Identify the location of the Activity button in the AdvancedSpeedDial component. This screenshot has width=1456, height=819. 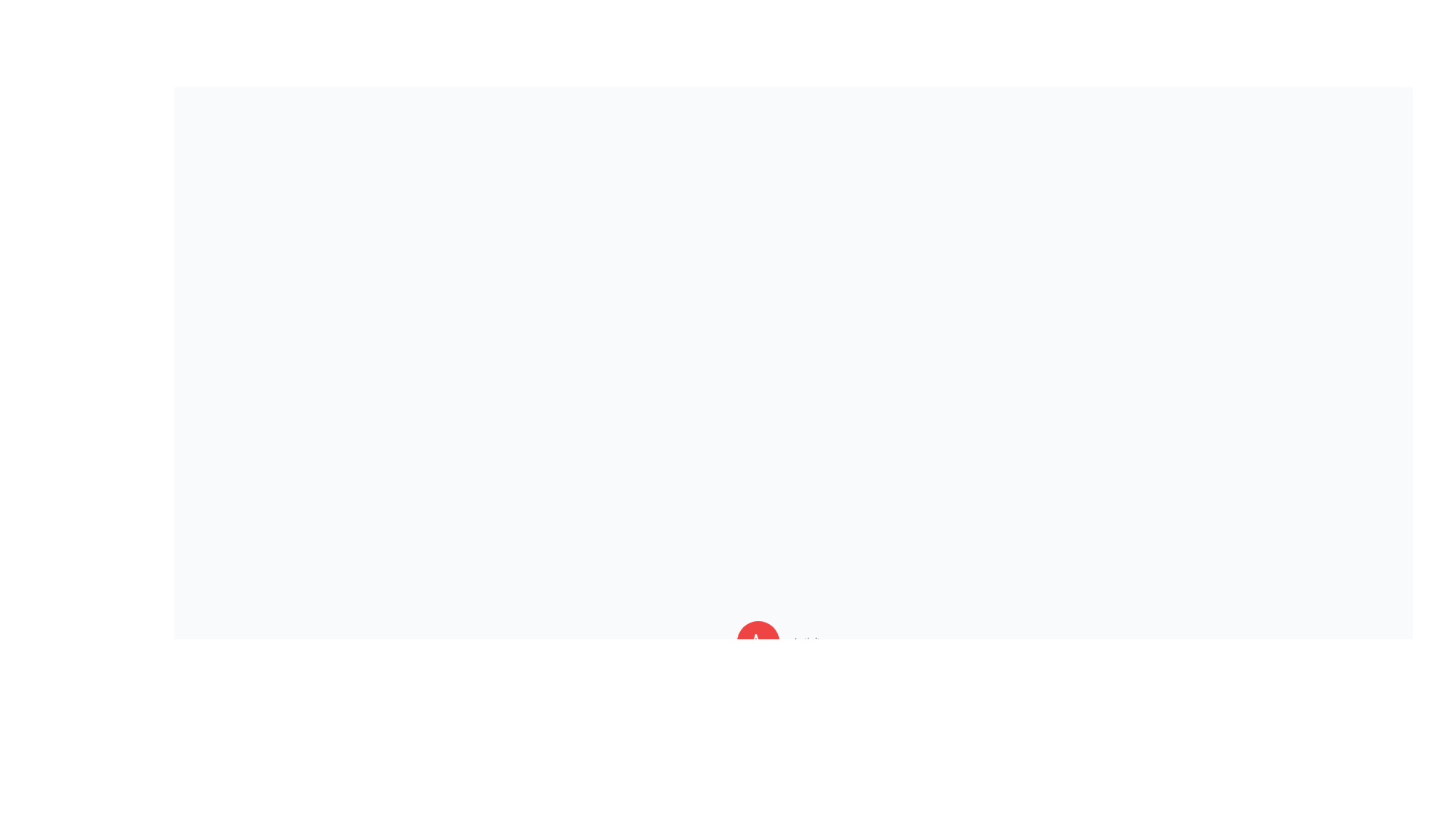
(758, 642).